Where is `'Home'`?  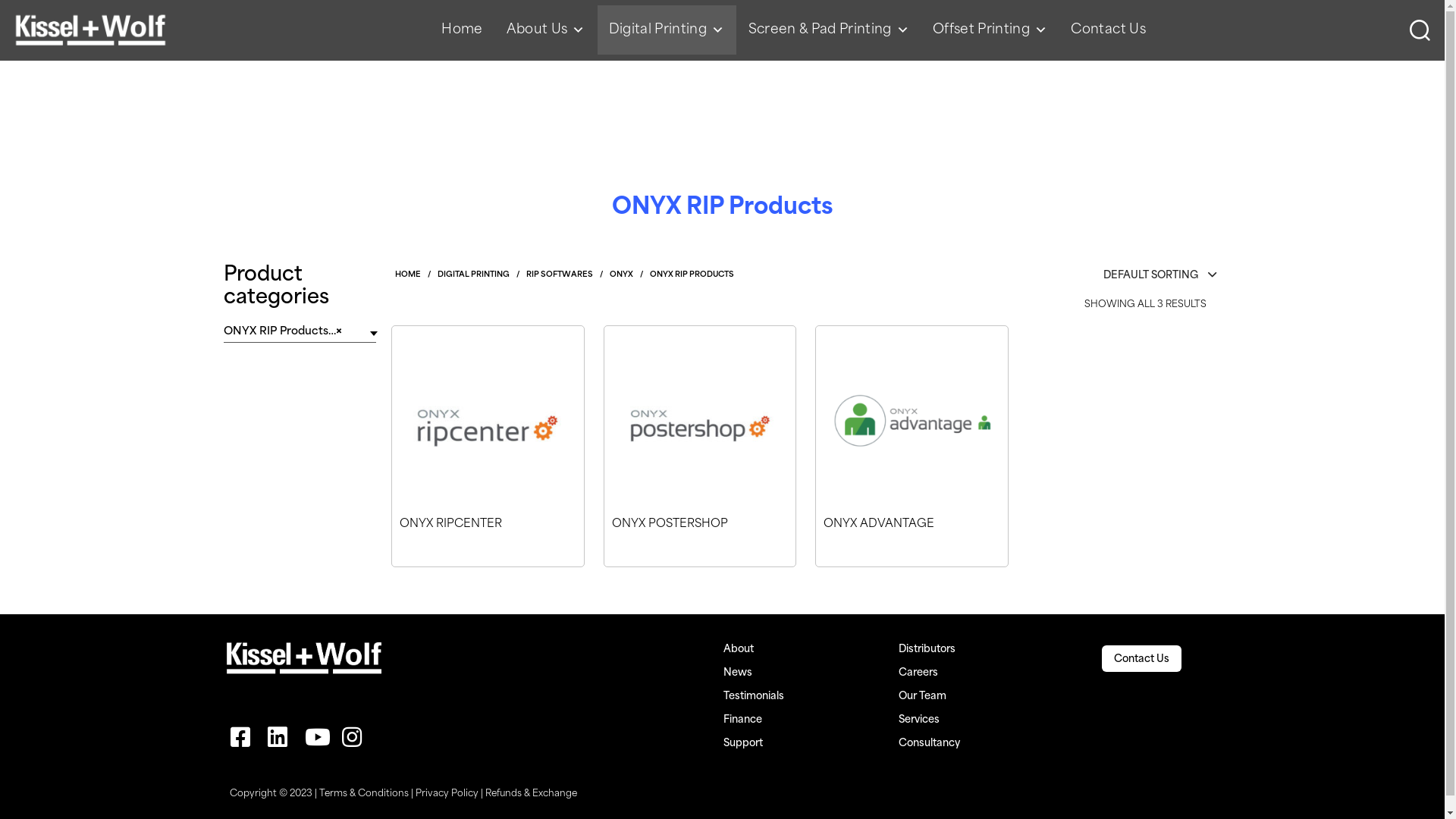
'Home' is located at coordinates (461, 30).